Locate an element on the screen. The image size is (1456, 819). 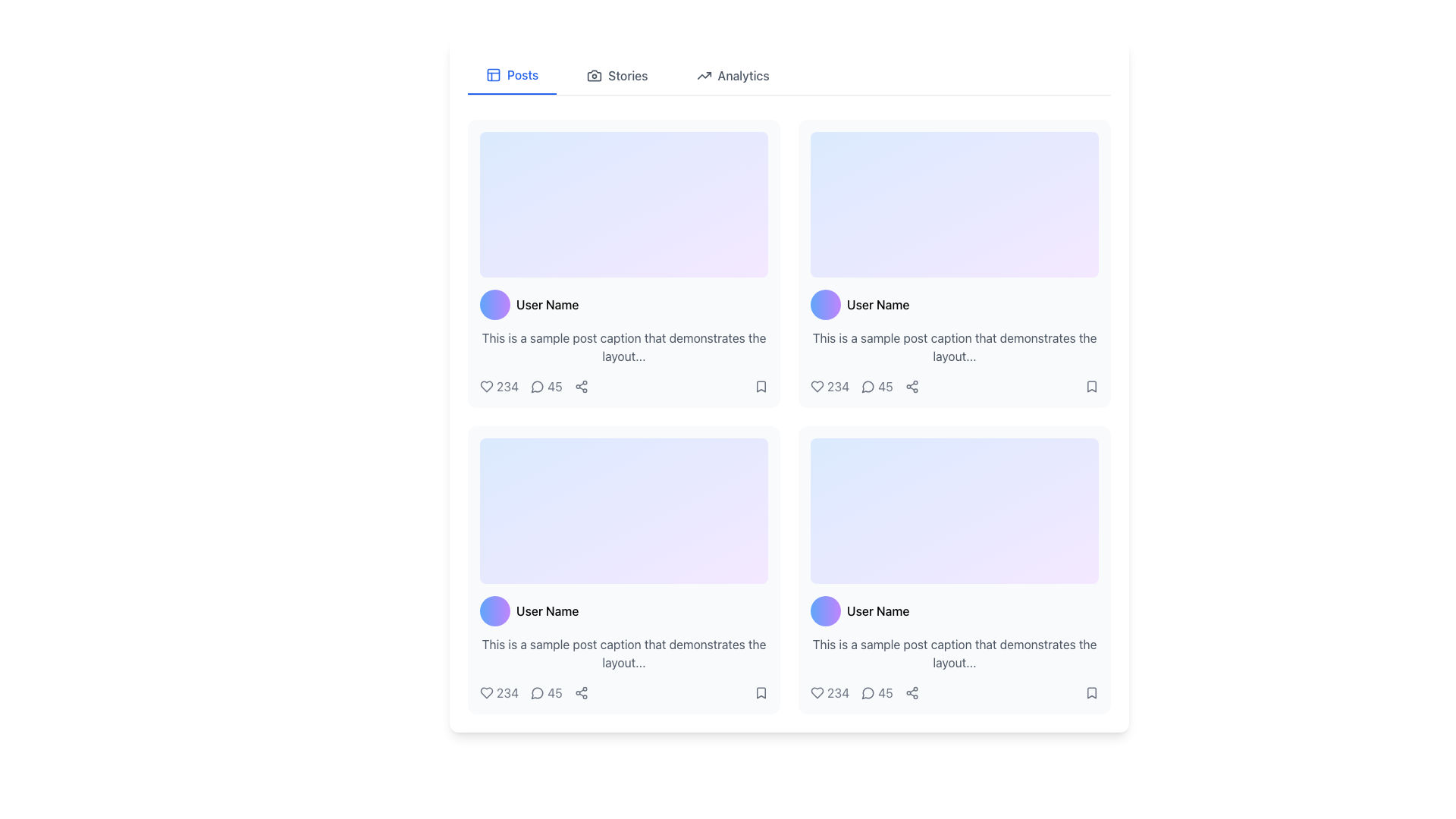
the numeric label button representing the number of likes in the bottom left corner of the card to like or unlike the post is located at coordinates (829, 385).